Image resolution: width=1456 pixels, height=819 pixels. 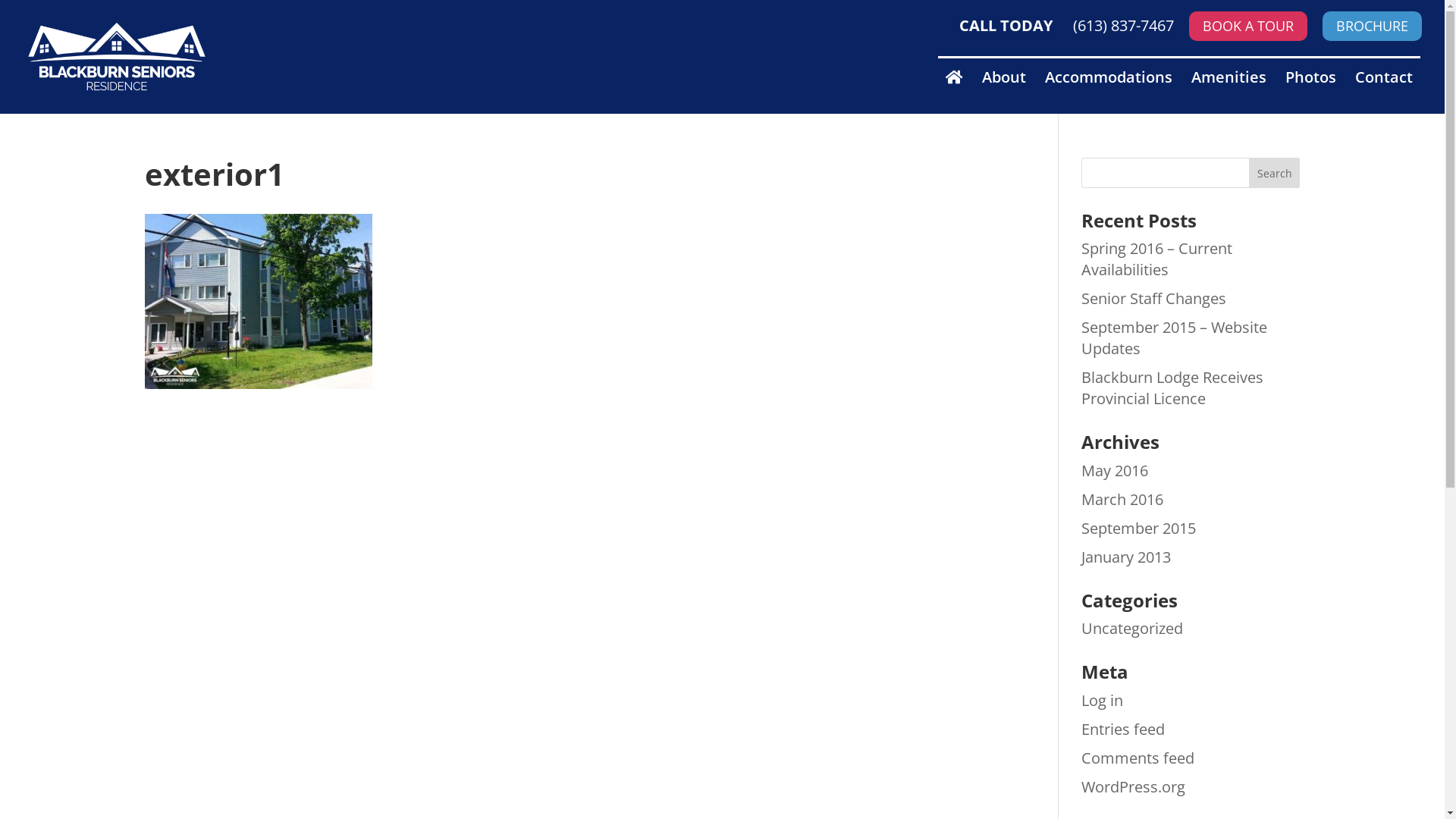 I want to click on 'Contact', so click(x=1383, y=91).